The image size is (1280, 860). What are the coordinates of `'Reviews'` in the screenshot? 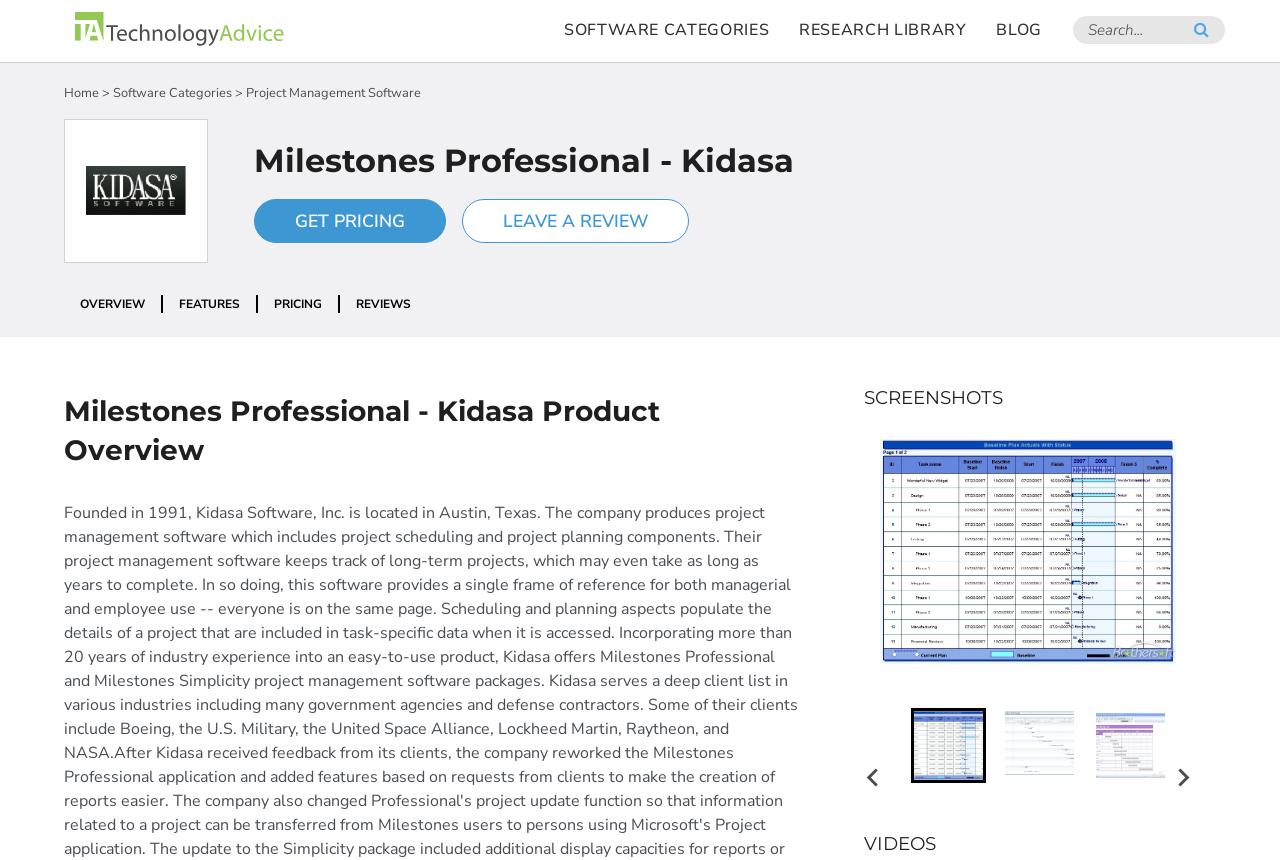 It's located at (355, 303).